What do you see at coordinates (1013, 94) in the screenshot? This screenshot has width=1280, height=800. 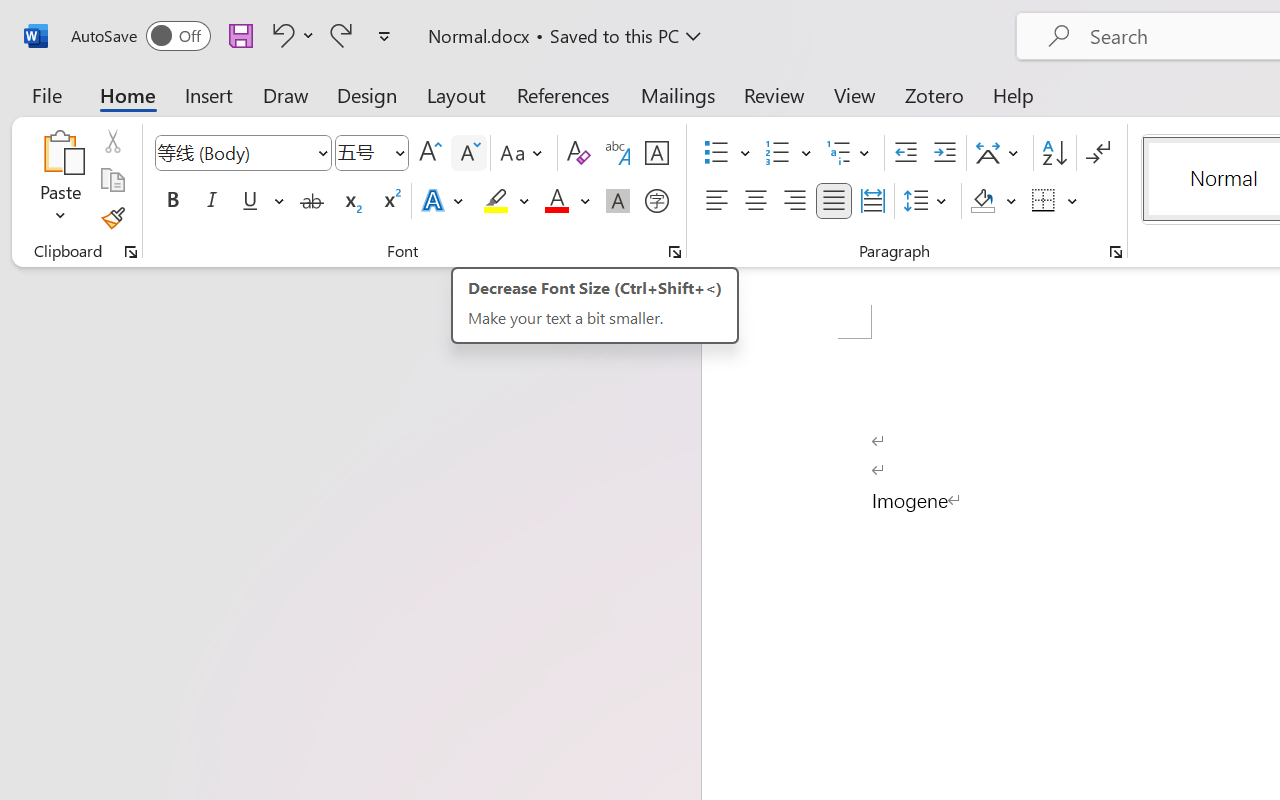 I see `'Help'` at bounding box center [1013, 94].